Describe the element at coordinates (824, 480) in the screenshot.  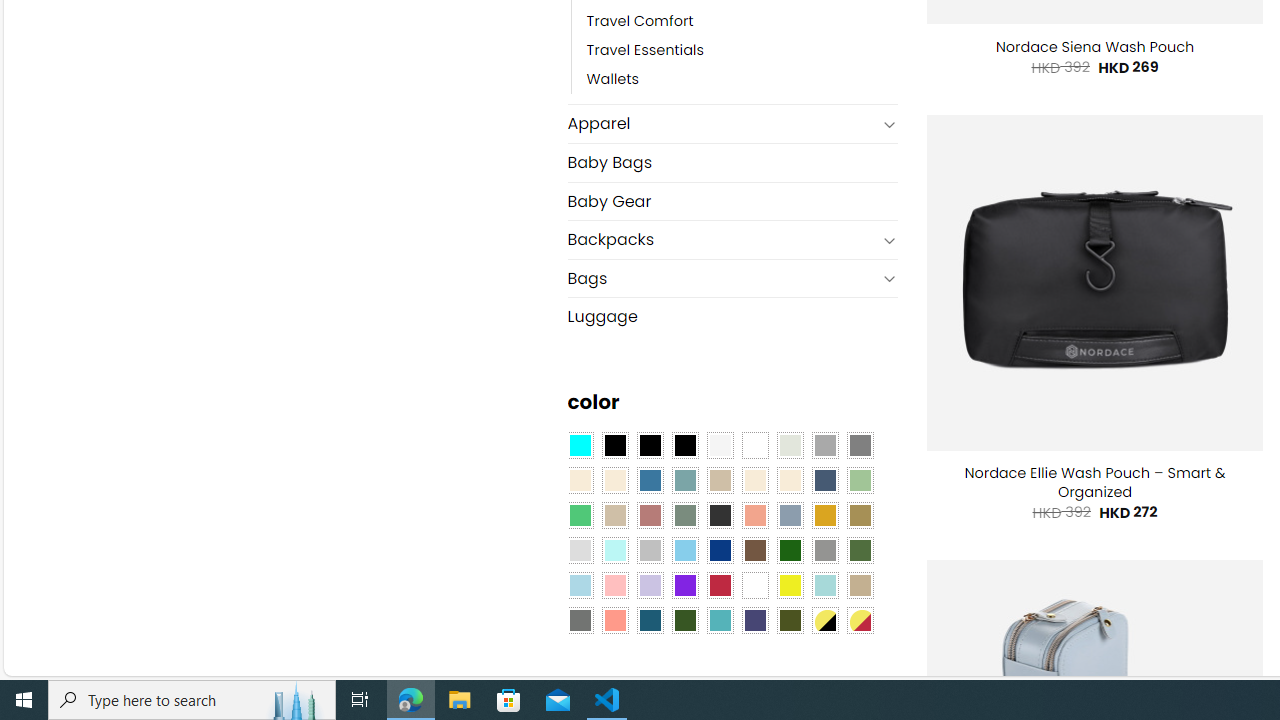
I see `'Hale Navy'` at that location.